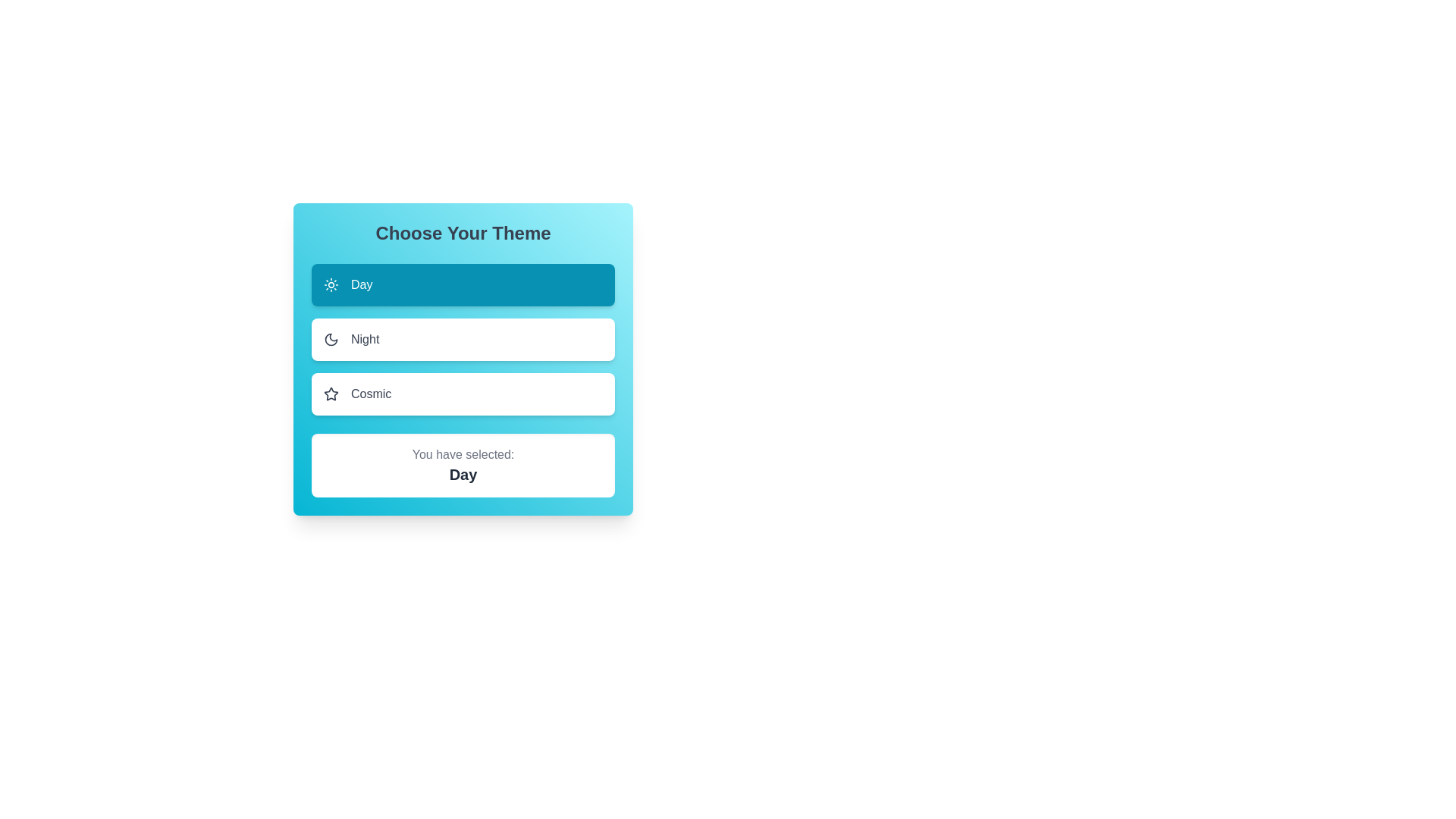 The image size is (1456, 819). Describe the element at coordinates (371, 394) in the screenshot. I see `text label indicating the theme option labeled as 'Cosmic', which is part of the interactive theme selector` at that location.